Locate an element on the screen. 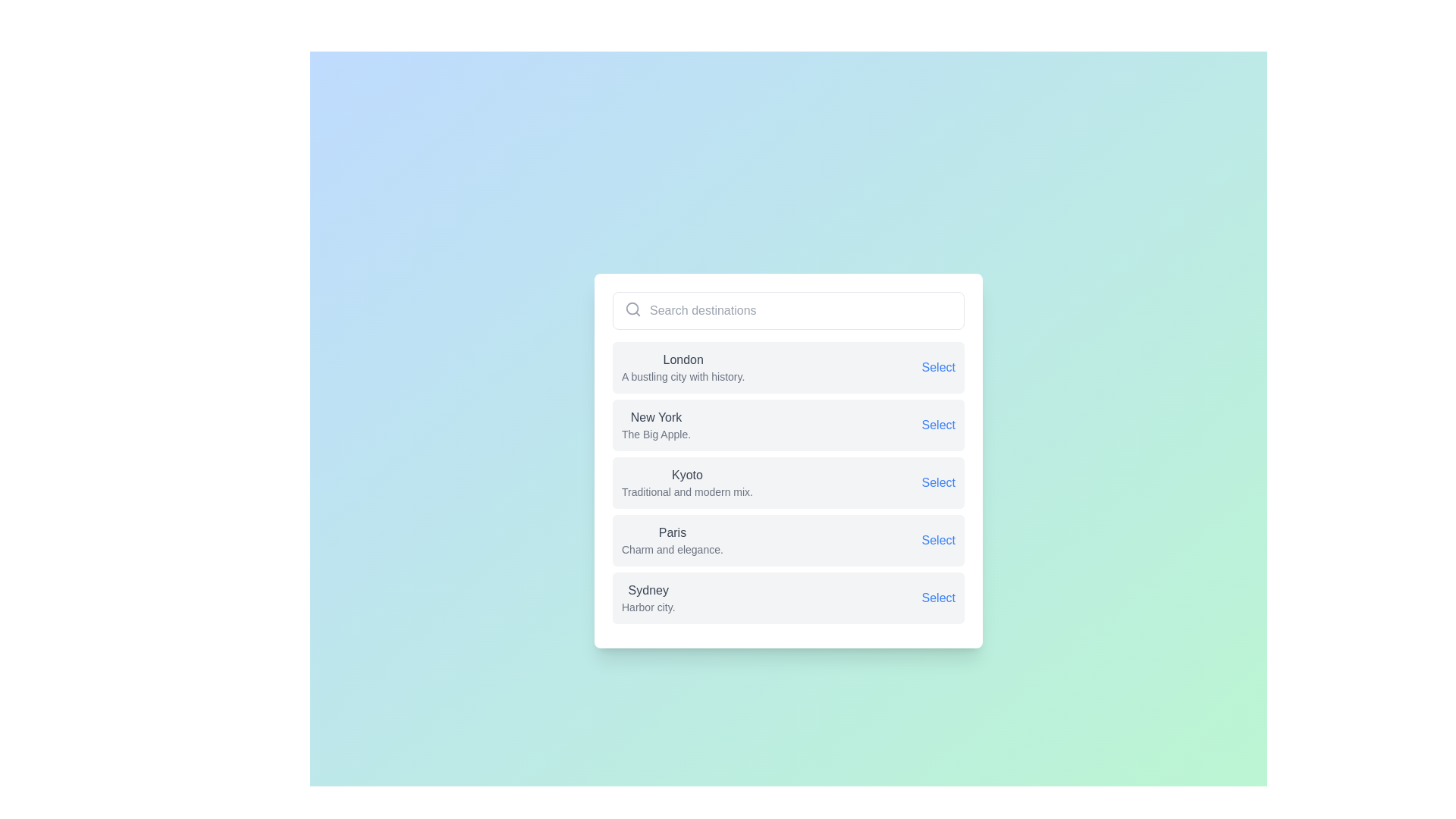  the third list item component that provides information about the city 'Kyoto' is located at coordinates (789, 482).